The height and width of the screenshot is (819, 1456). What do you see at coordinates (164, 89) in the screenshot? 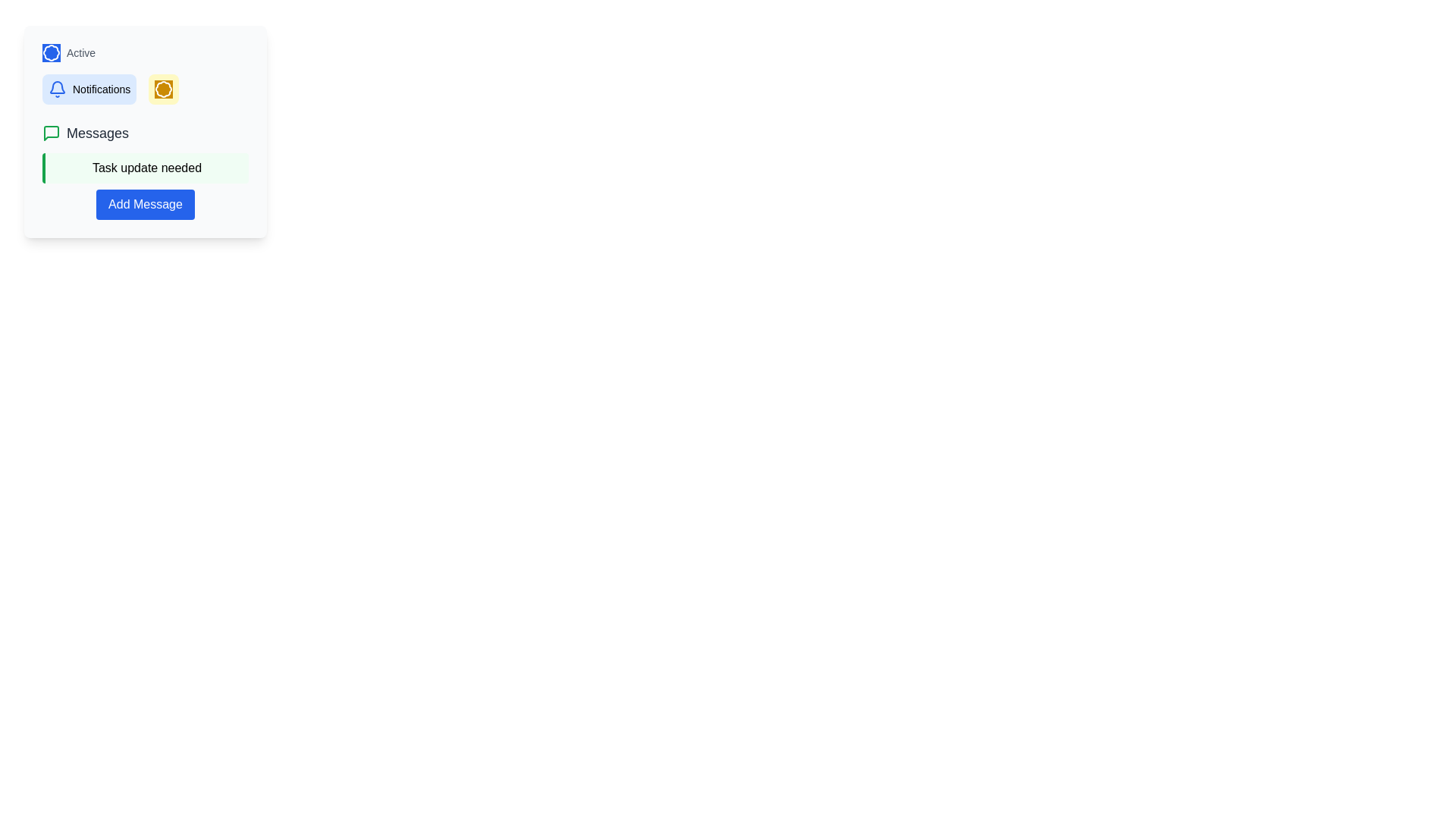
I see `the notification icon badge located to the right of the 'Notifications' text and icon in the upper-left notification section of the interface` at bounding box center [164, 89].